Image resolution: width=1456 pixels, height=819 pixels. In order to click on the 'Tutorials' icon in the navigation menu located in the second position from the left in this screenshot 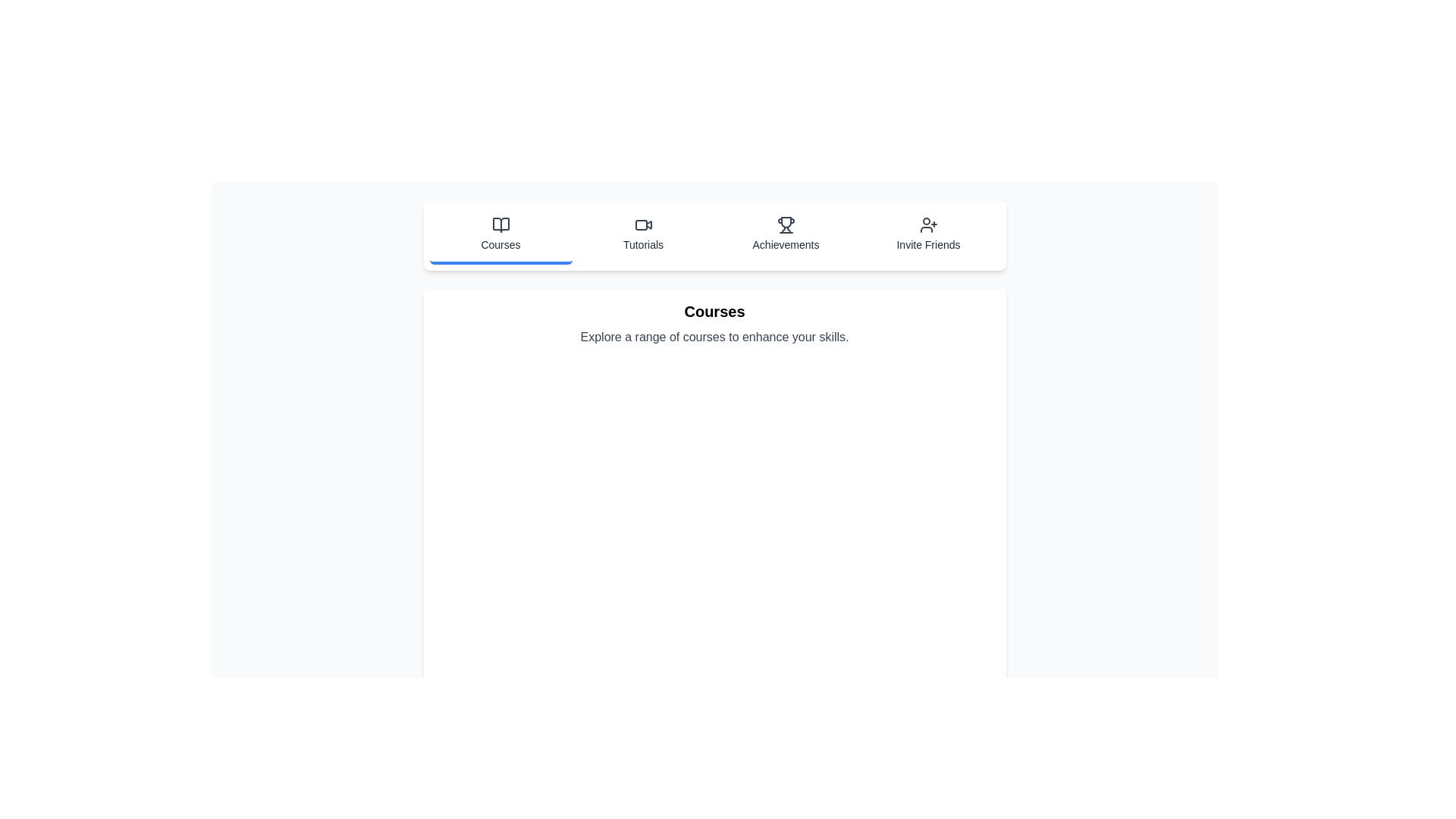, I will do `click(643, 225)`.